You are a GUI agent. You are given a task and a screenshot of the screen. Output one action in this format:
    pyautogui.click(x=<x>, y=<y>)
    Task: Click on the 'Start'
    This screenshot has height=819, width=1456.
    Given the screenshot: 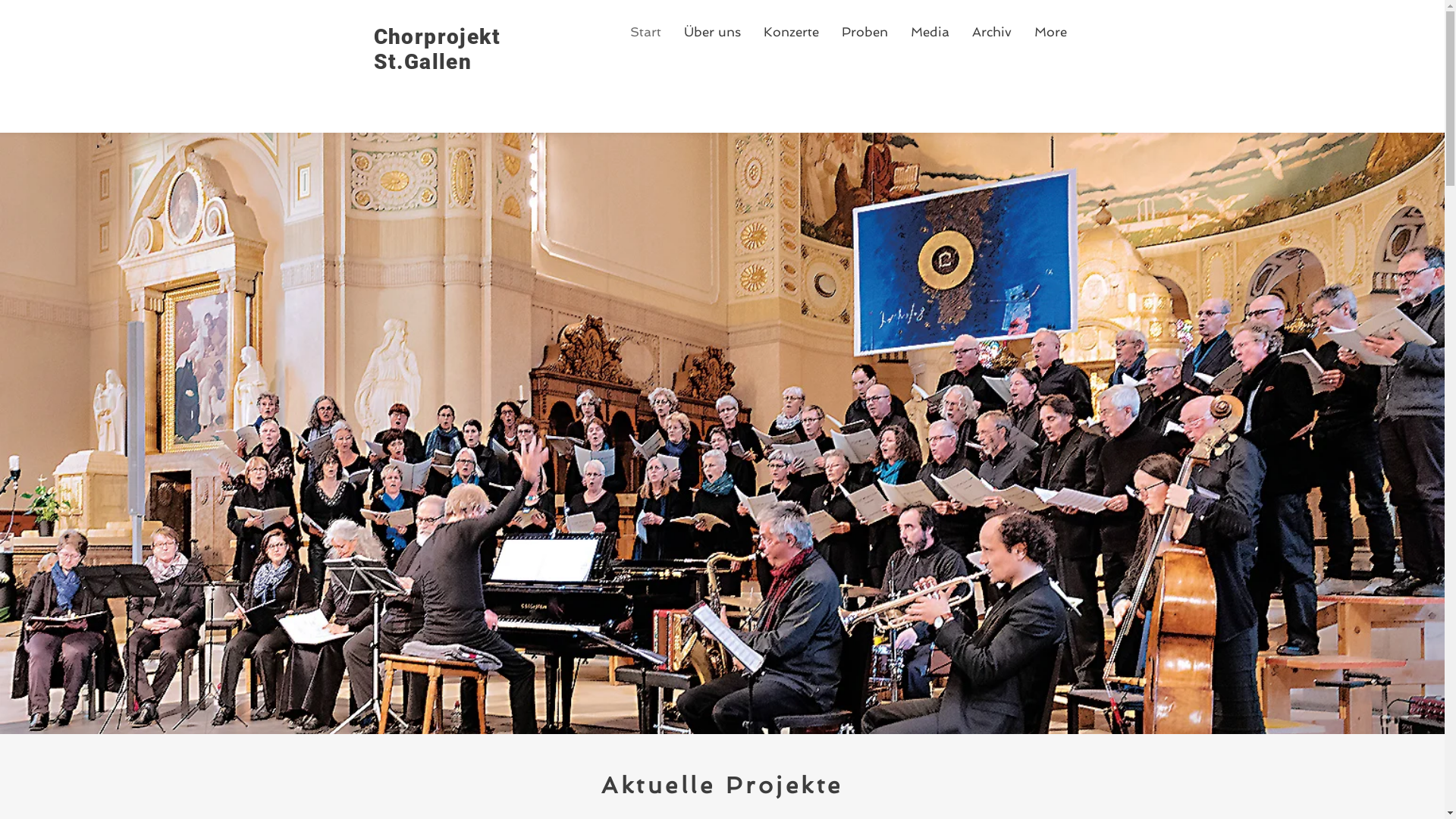 What is the action you would take?
    pyautogui.click(x=645, y=32)
    